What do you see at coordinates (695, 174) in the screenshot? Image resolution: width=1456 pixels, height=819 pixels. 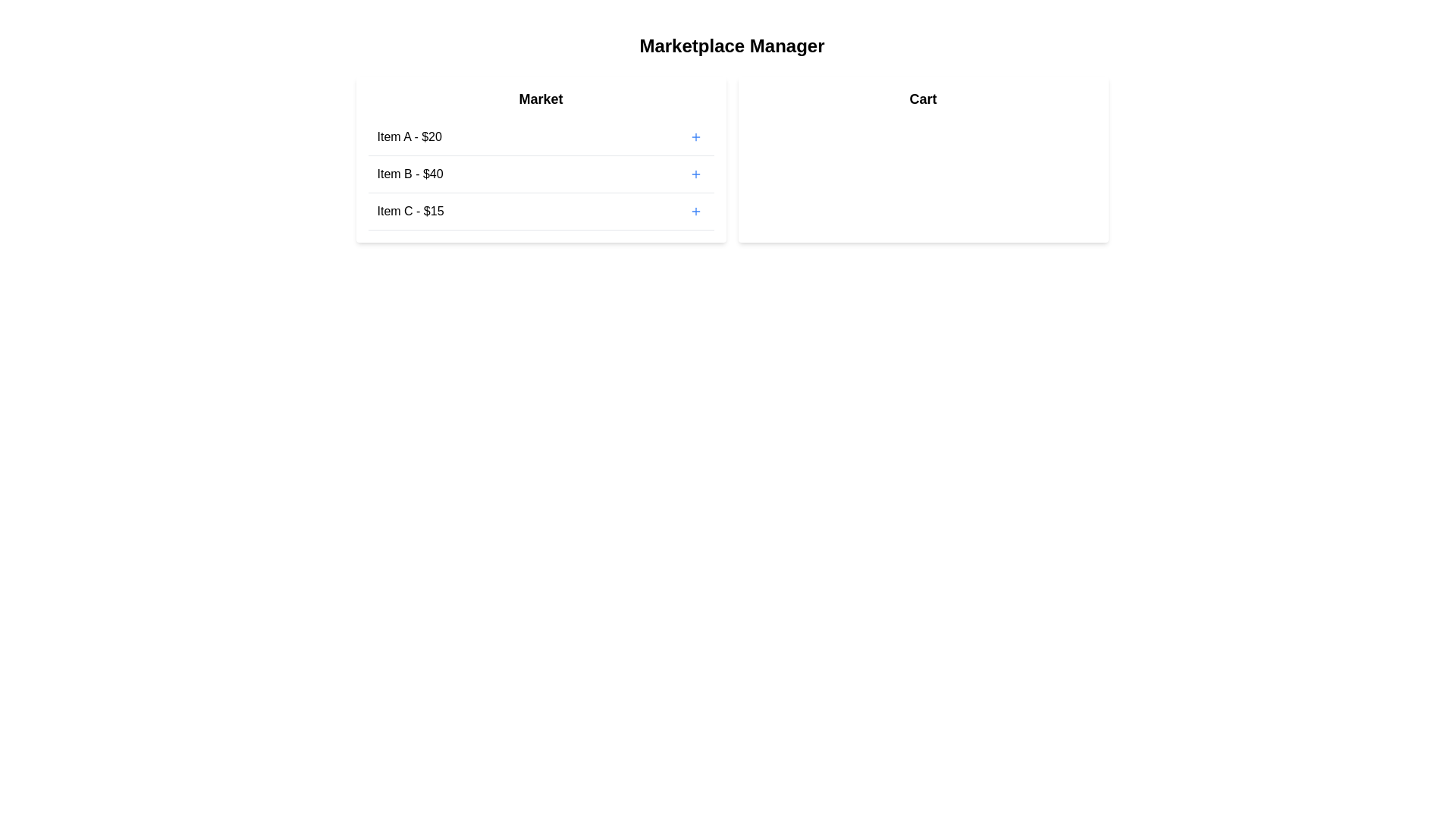 I see `'+' button next to the item Item B to add it to the cart` at bounding box center [695, 174].